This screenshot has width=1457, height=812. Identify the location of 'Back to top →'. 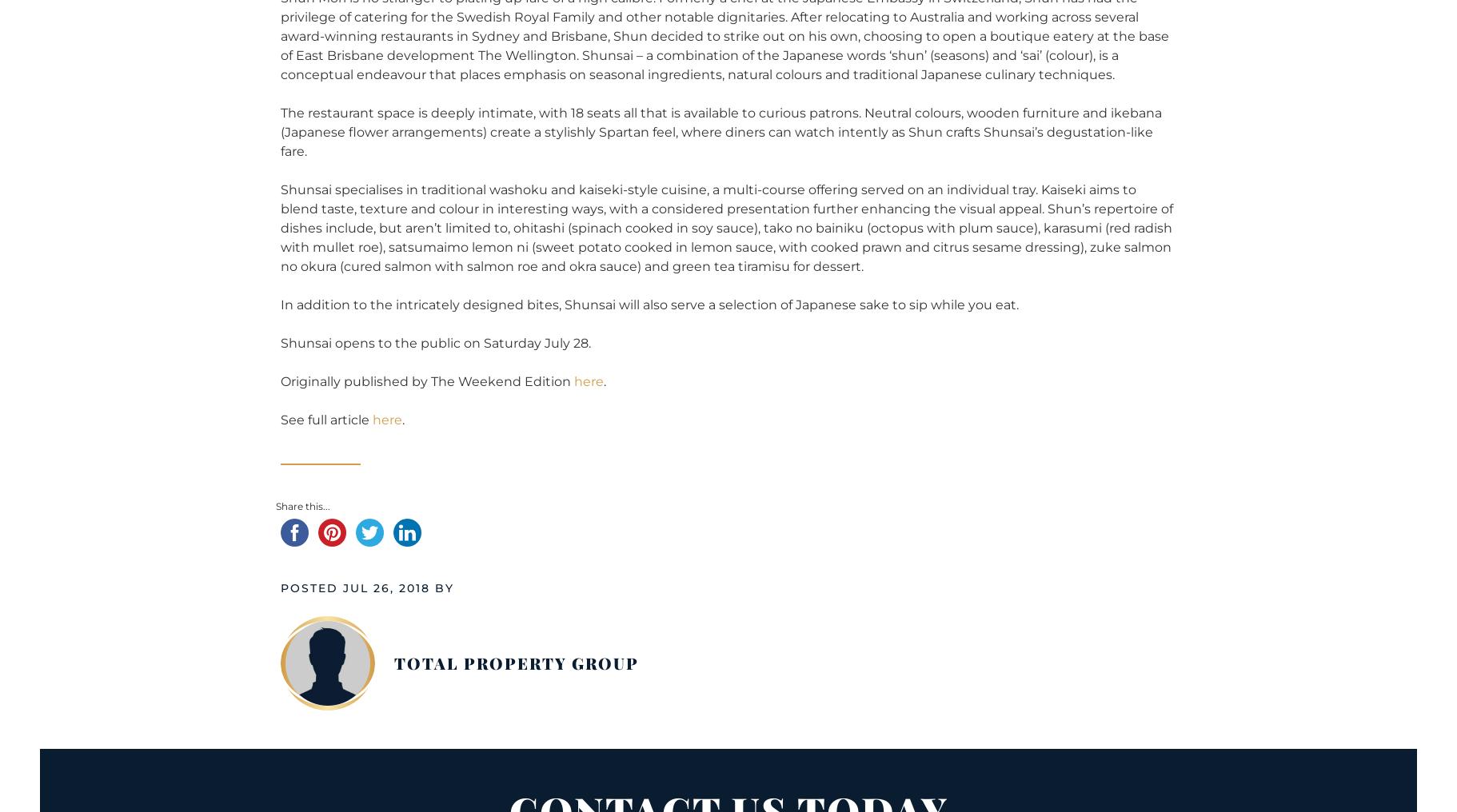
(1437, 722).